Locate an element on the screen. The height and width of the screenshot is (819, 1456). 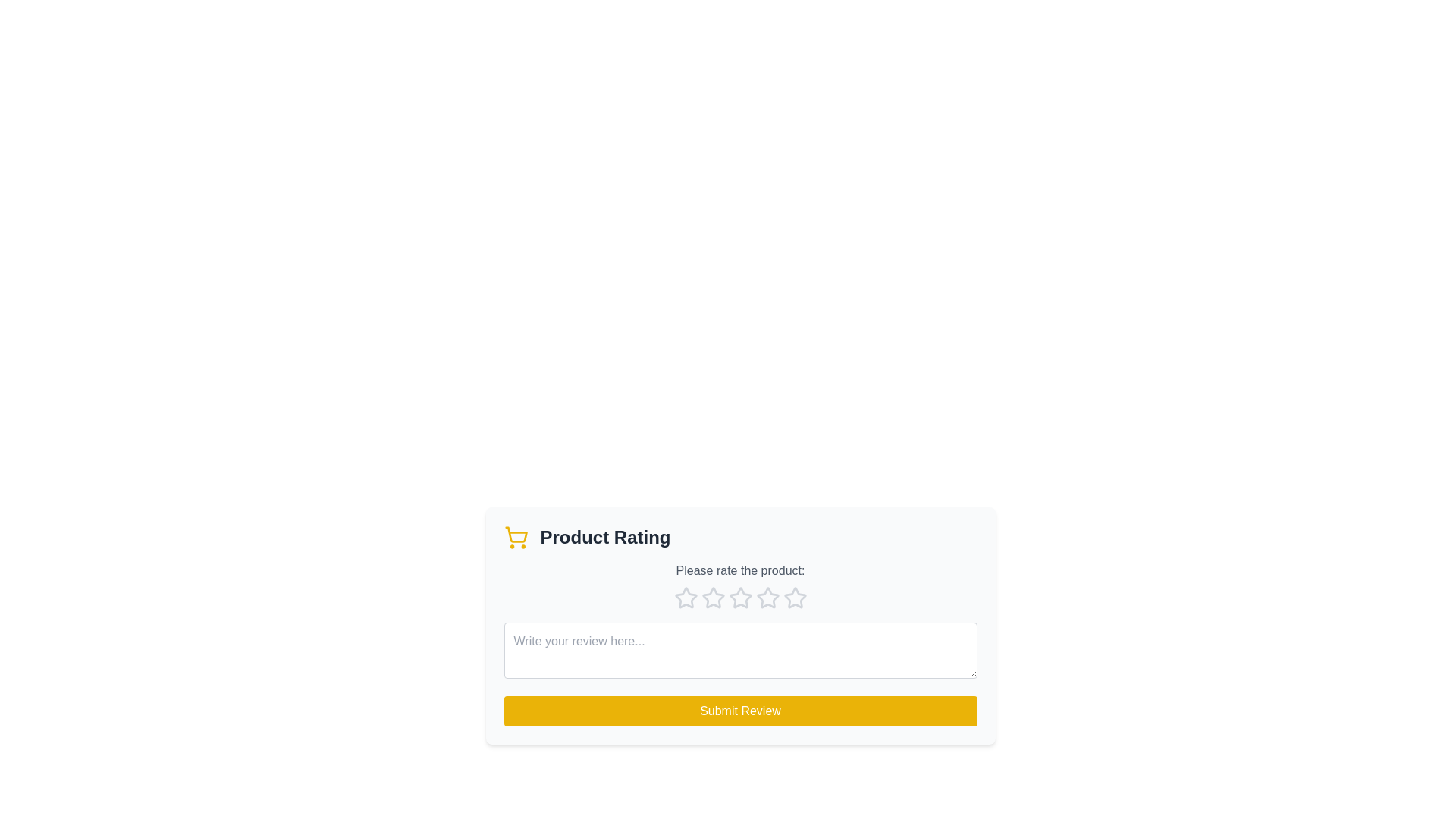
the bold, large text label that reads 'Product Rating', which is styled in dark gray and positioned to the right of a yellow shopping cart icon is located at coordinates (604, 537).